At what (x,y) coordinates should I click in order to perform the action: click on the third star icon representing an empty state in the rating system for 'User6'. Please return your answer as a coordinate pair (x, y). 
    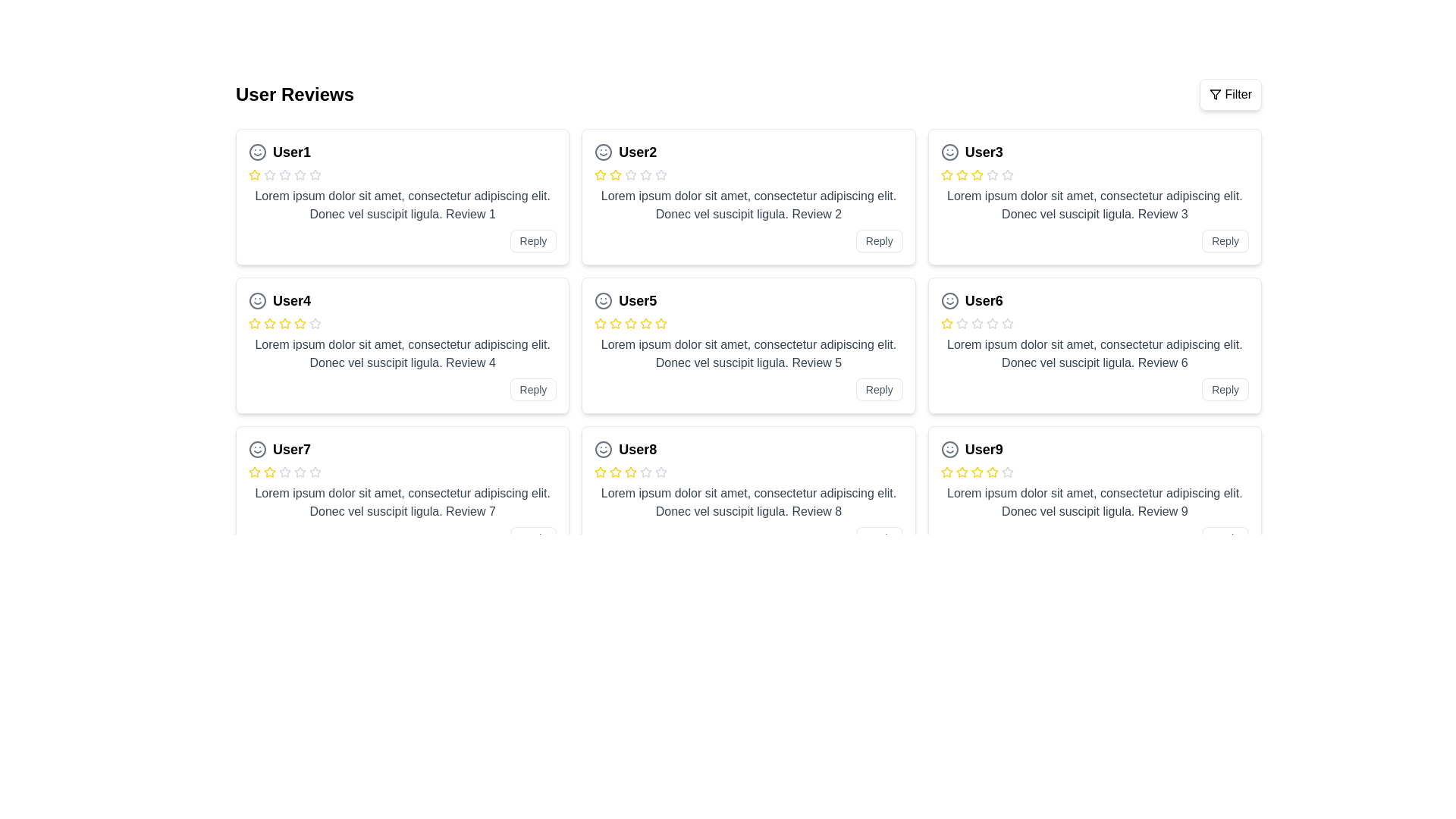
    Looking at the image, I should click on (961, 323).